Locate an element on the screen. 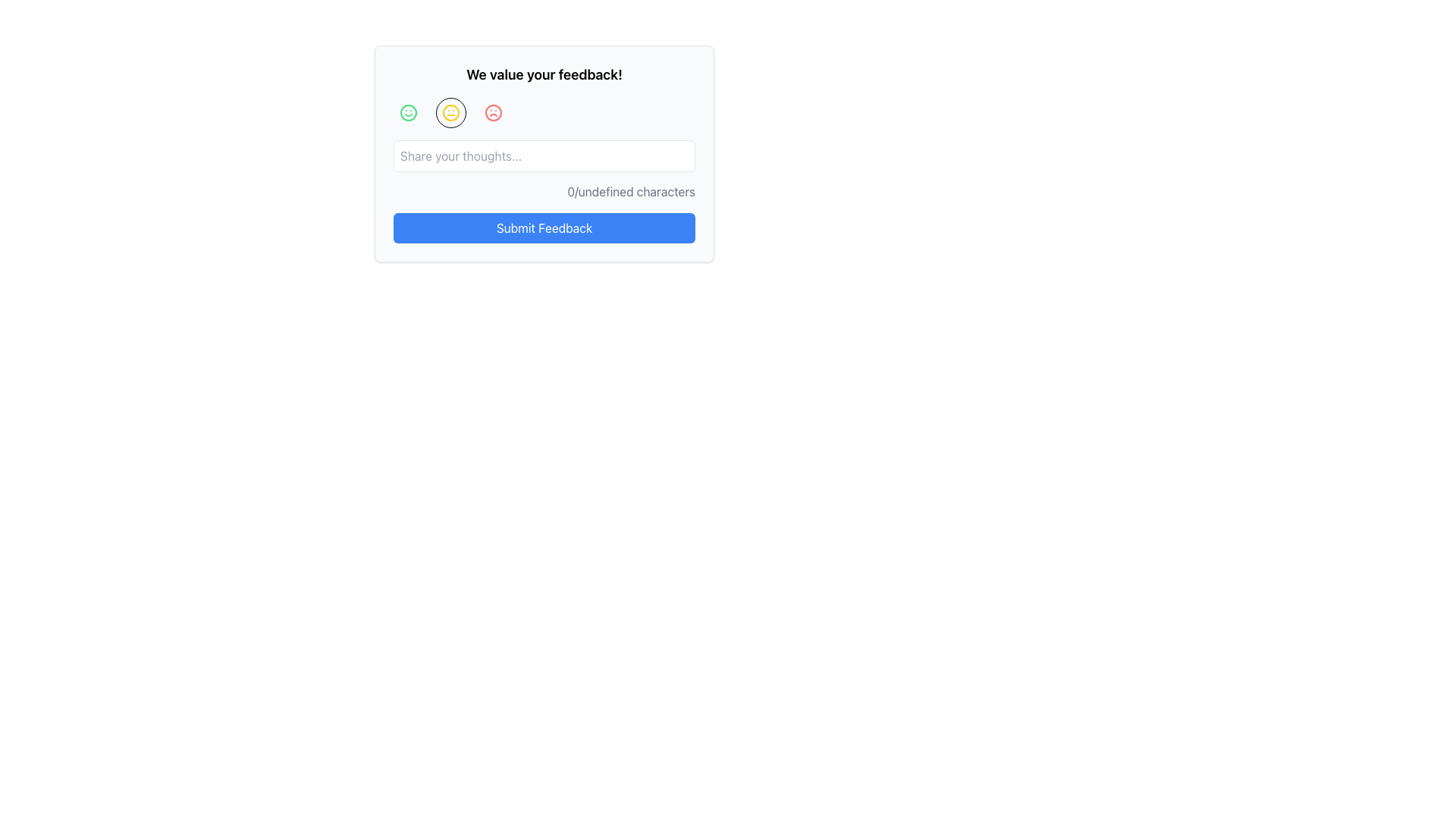  the SVG circle element that forms the outer perimeter of the leftmost smiley face icon in the feedback section is located at coordinates (408, 112).